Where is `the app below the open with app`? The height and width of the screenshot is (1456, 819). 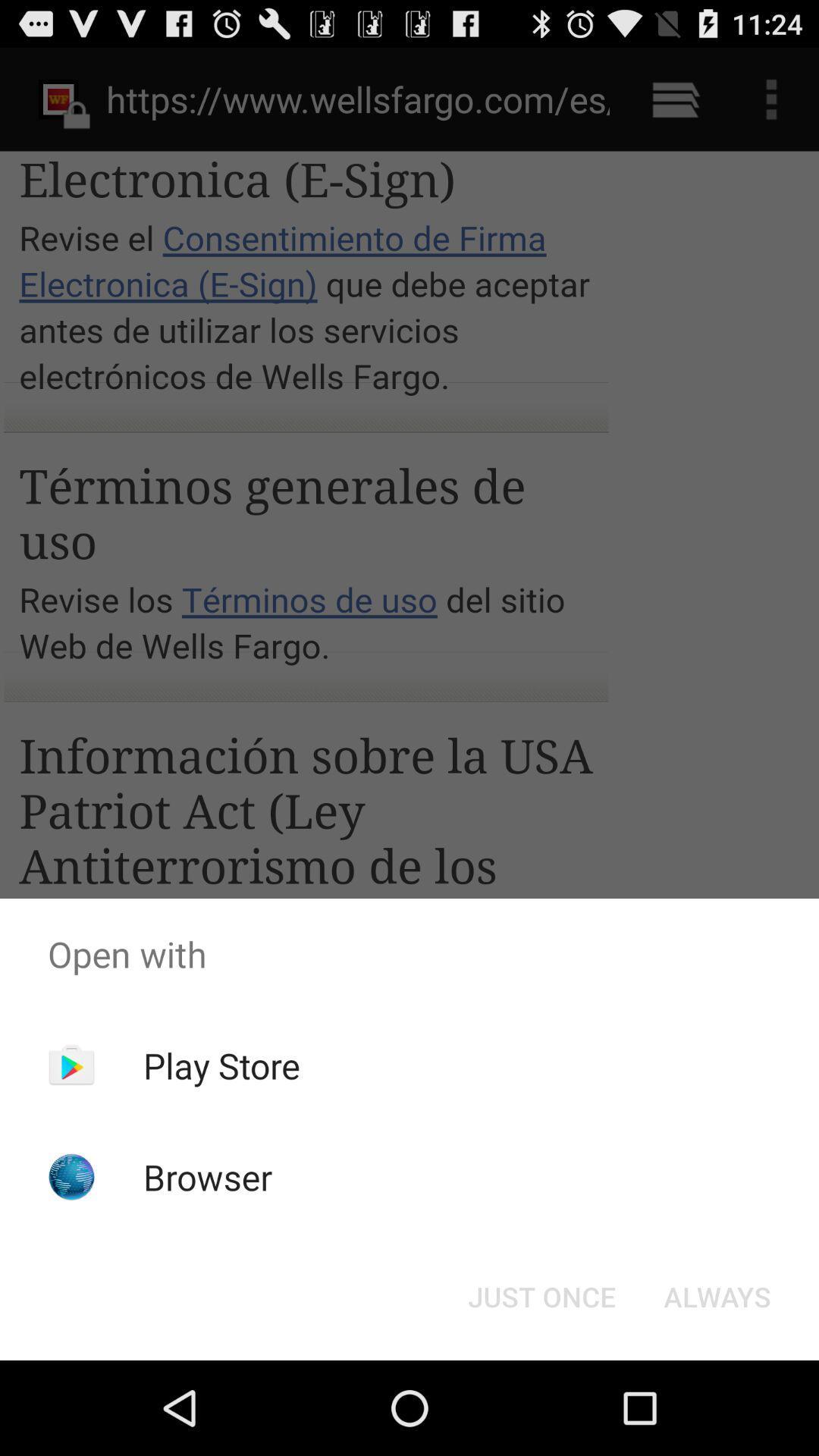 the app below the open with app is located at coordinates (221, 1065).